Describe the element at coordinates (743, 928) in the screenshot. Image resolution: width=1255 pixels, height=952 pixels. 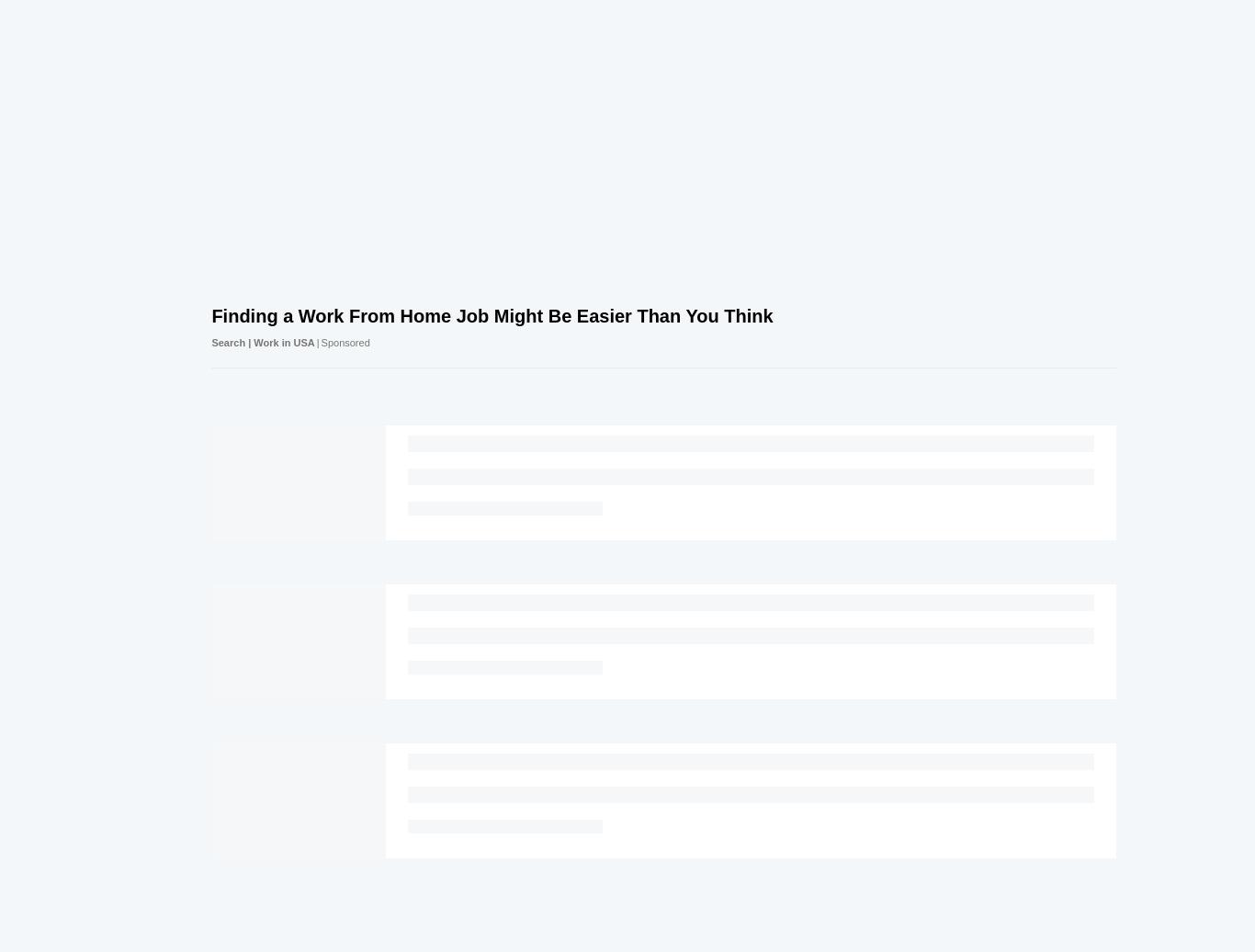
I see `'Terms & Conditions'` at that location.